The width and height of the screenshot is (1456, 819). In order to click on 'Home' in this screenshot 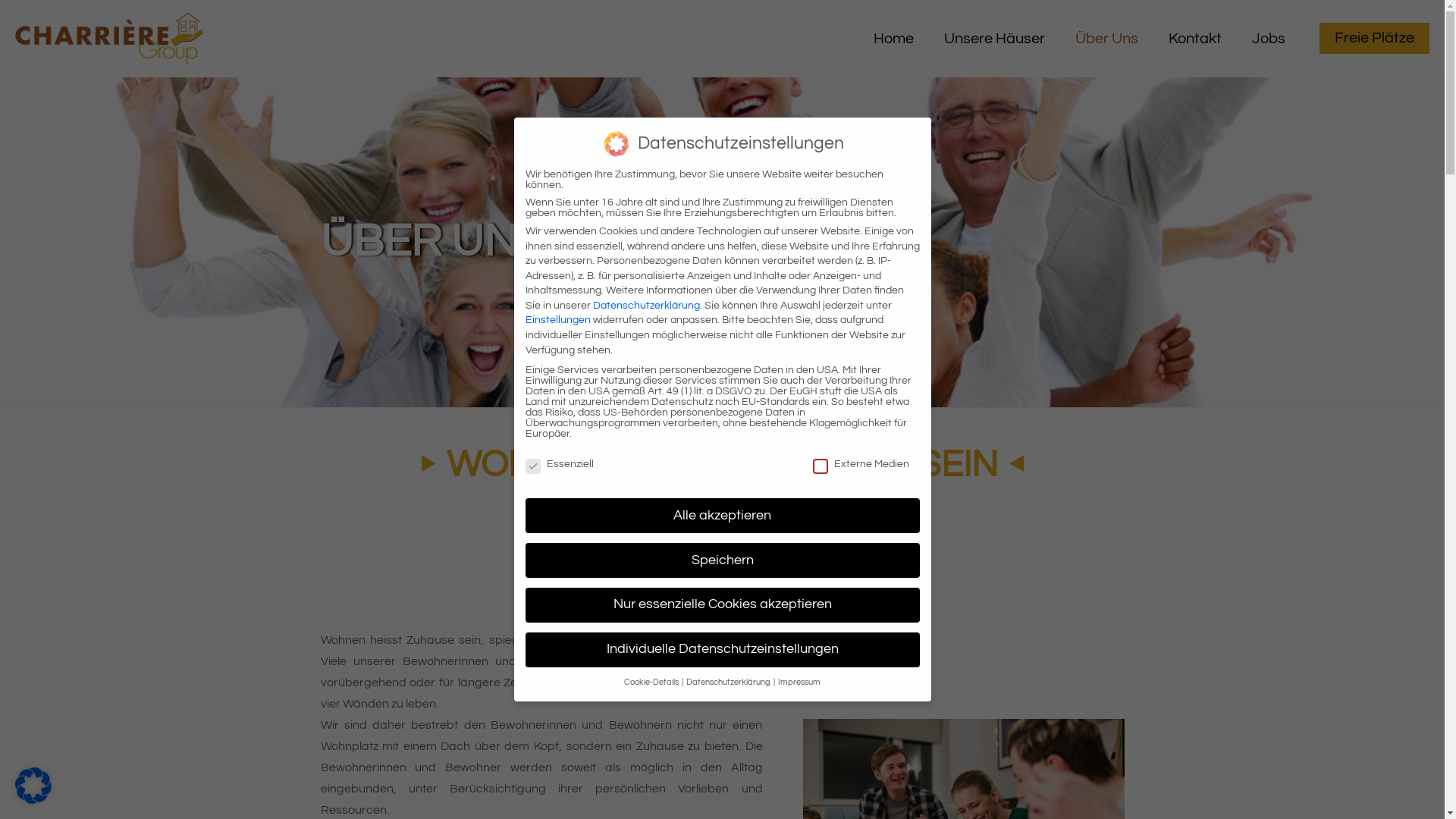, I will do `click(893, 37)`.